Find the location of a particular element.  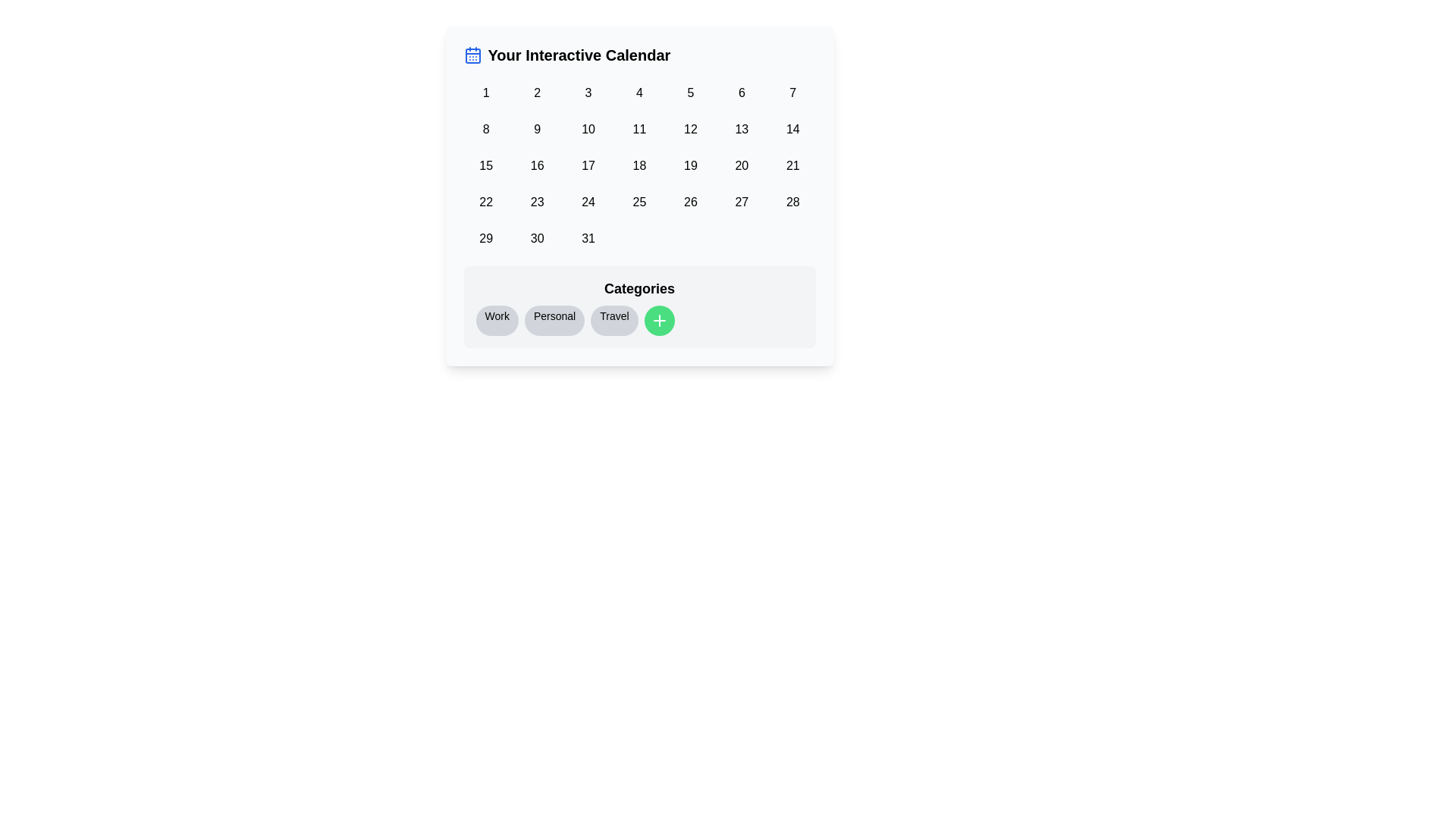

the 'Personal' badge, which is the second badge in the horizontal row of category labels under the 'Categories' section is located at coordinates (554, 320).